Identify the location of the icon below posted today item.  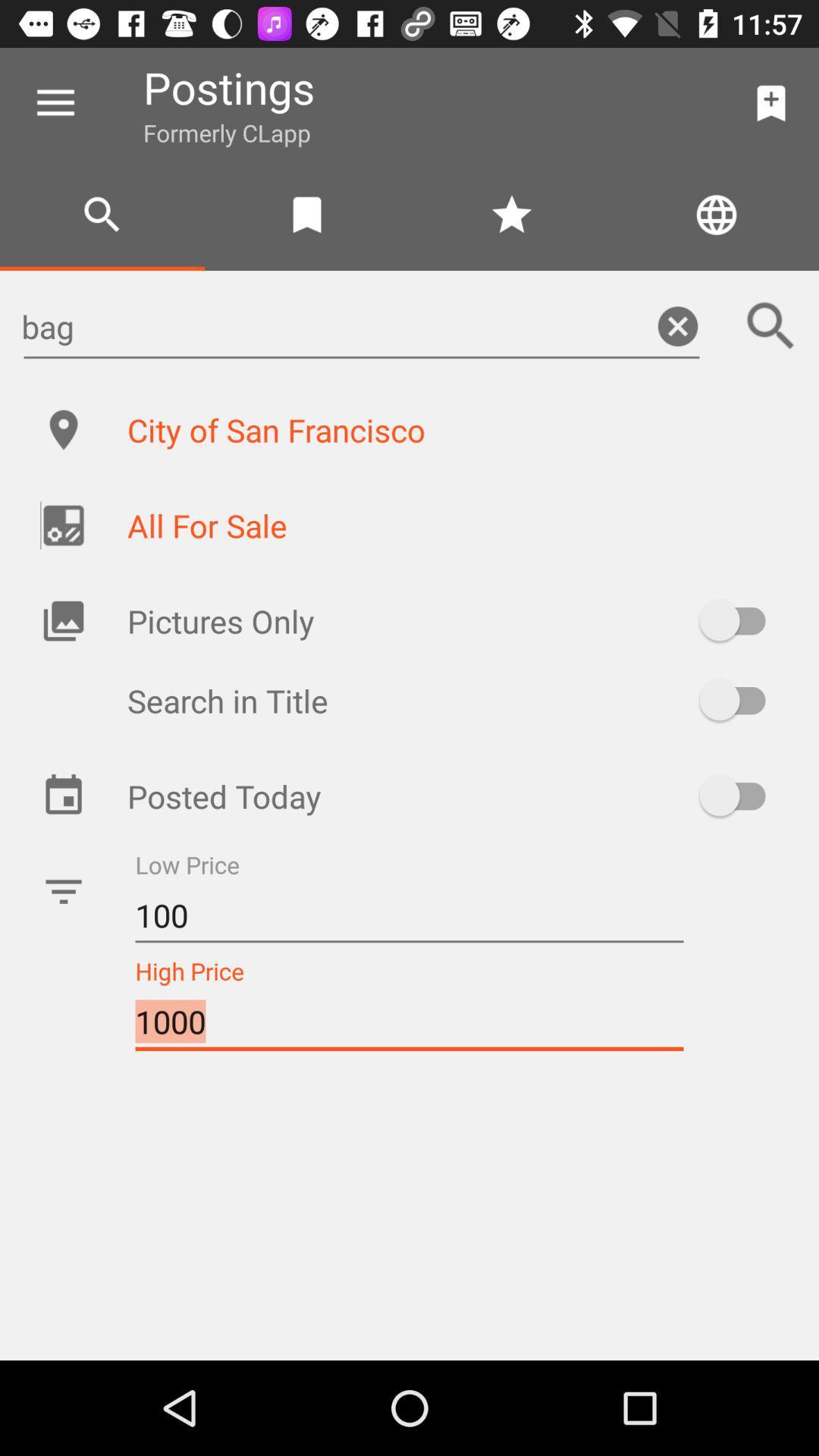
(409, 915).